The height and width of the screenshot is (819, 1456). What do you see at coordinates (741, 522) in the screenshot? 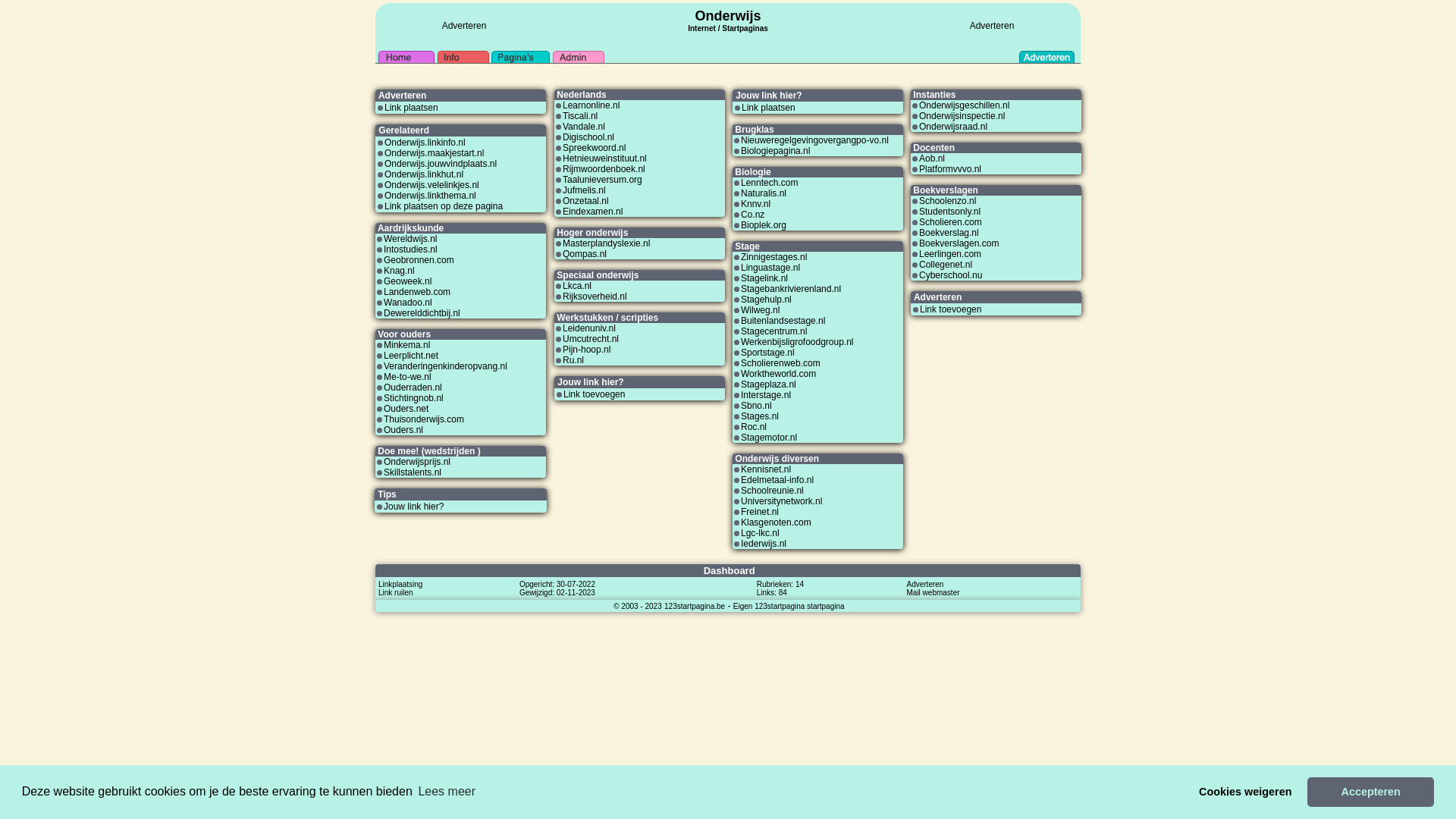
I see `'Klasgenoten.com'` at bounding box center [741, 522].